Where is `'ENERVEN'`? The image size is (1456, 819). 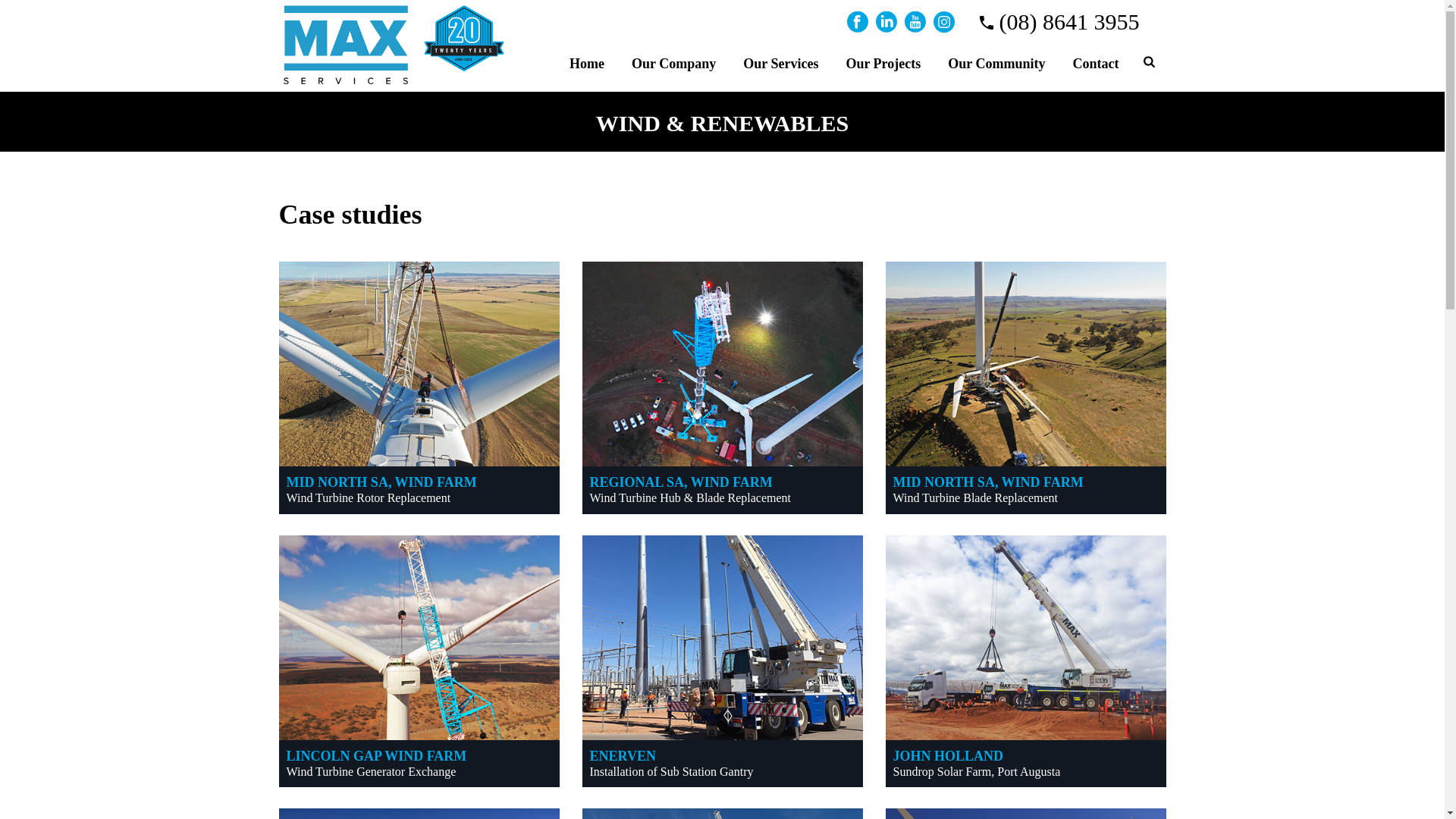 'ENERVEN' is located at coordinates (623, 755).